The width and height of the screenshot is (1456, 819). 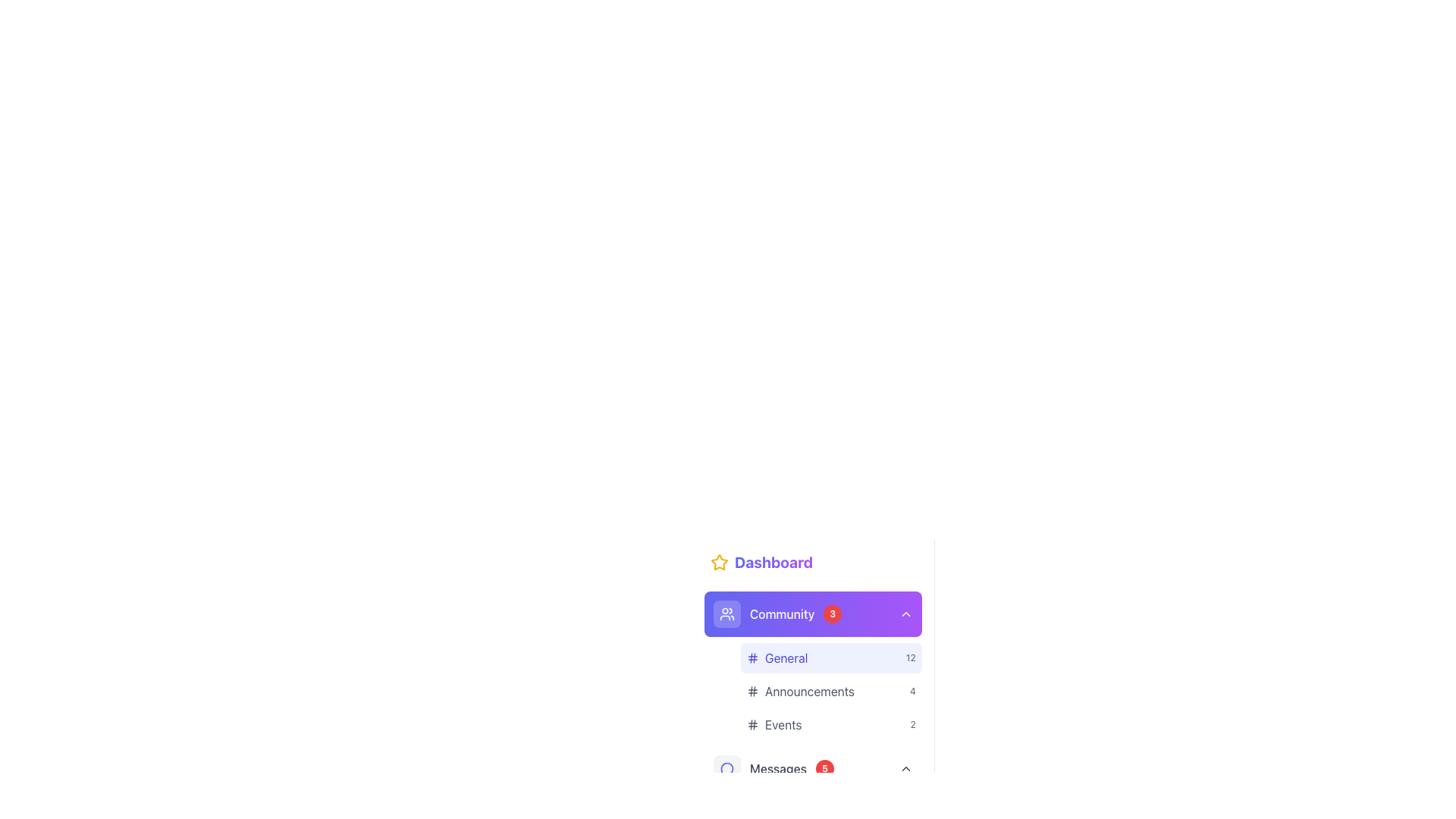 I want to click on the prominent Navigation link labeled 'Announcements' which features a bold hash symbol and is located in the left pane of the interface, as the second item under the 'Community' section, so click(x=800, y=691).